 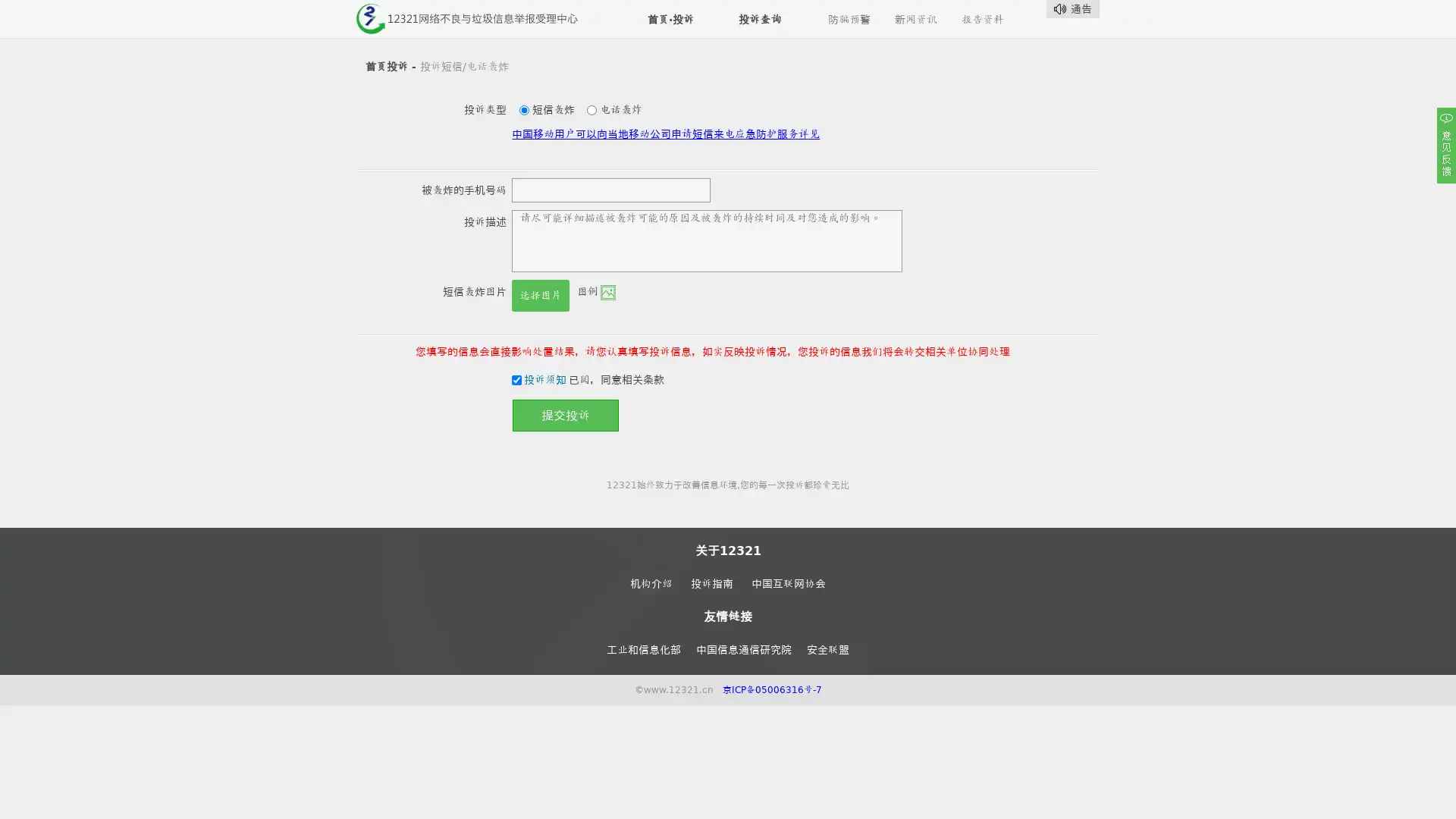 What do you see at coordinates (550, 288) in the screenshot?
I see `Choose Files` at bounding box center [550, 288].